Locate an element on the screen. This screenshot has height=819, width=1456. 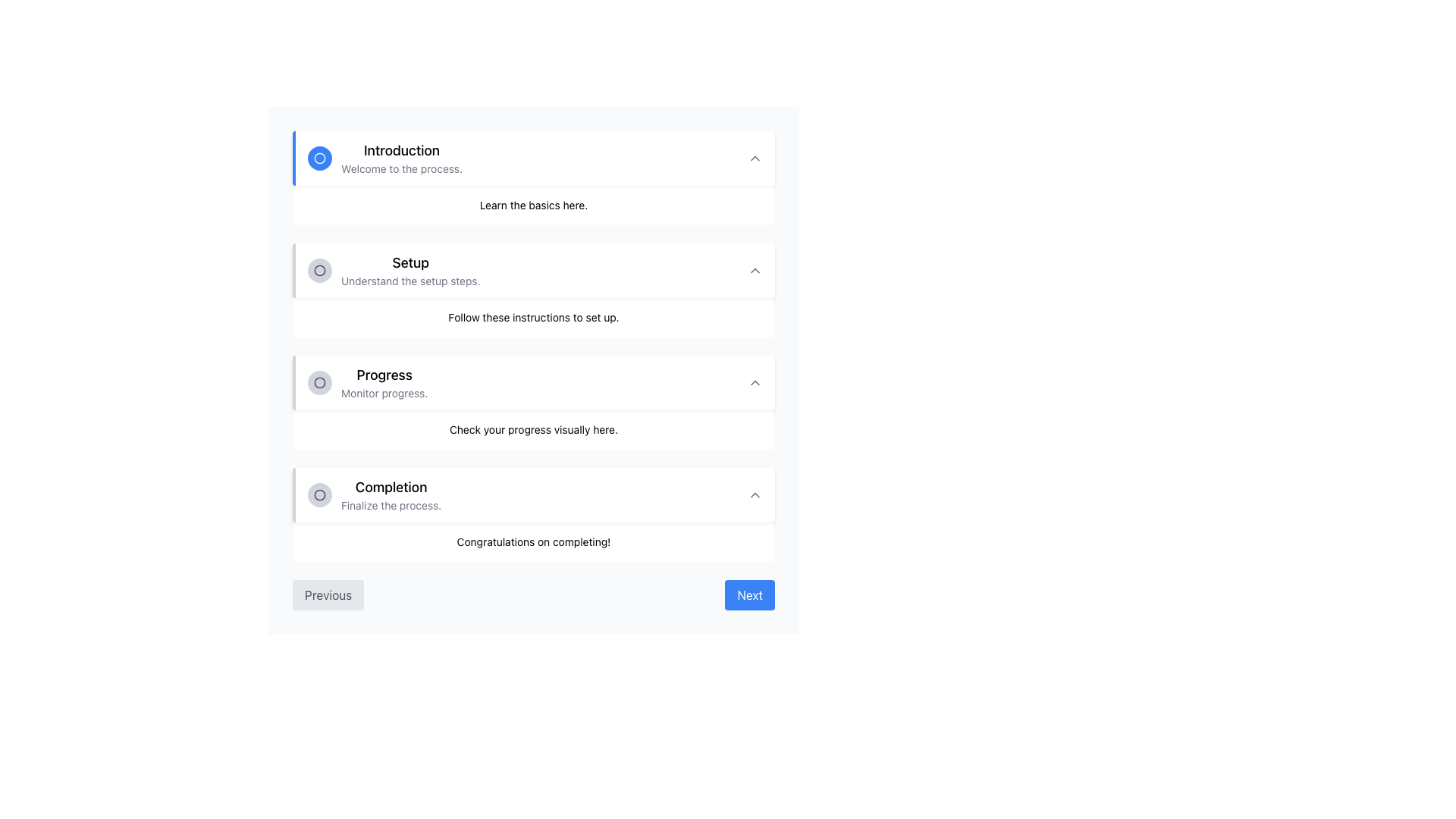
the visual indicator icon associated with the 'Introduction' step in the vertically arranged list of steps is located at coordinates (319, 158).